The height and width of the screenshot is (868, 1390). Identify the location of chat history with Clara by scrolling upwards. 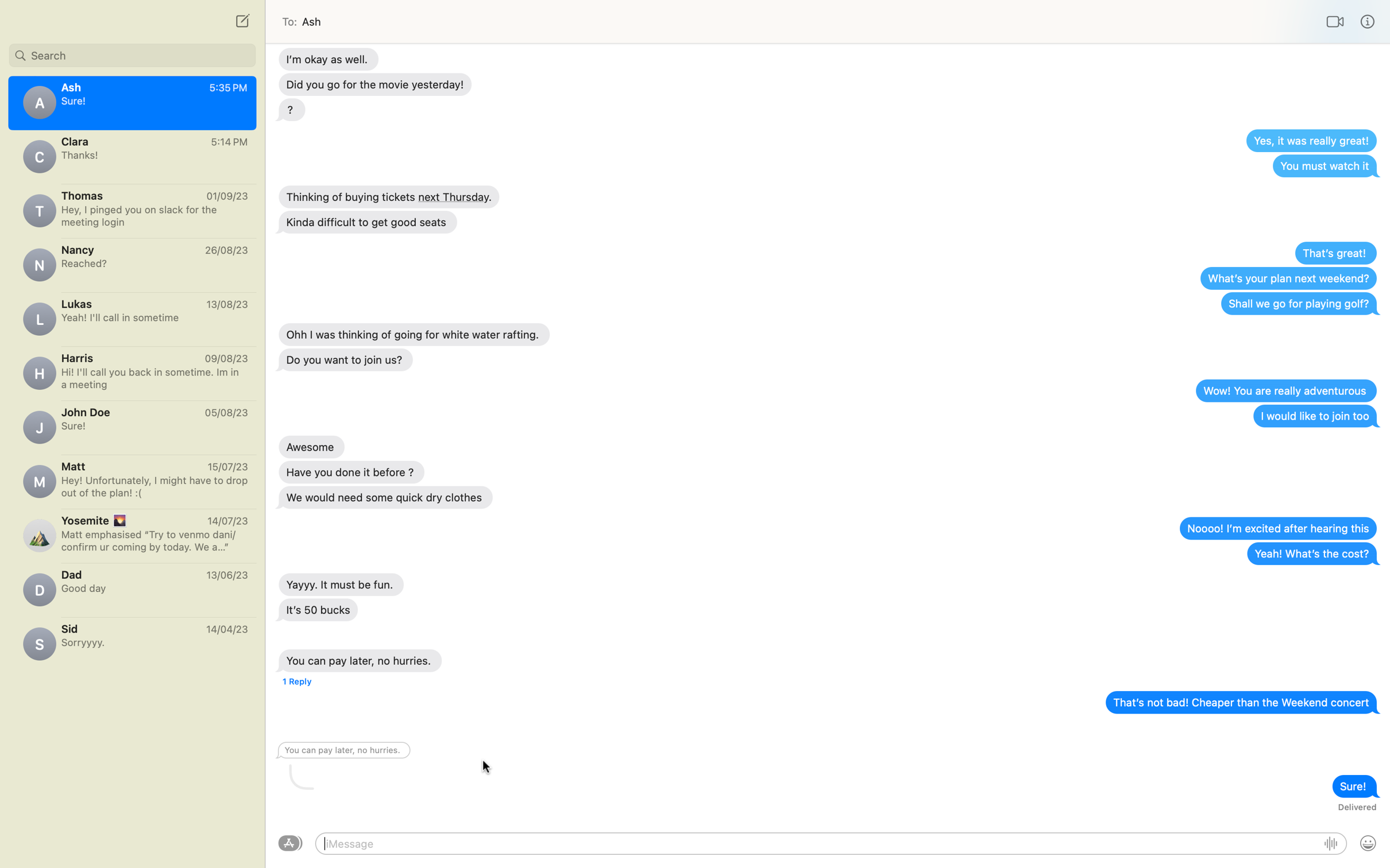
(132, 156).